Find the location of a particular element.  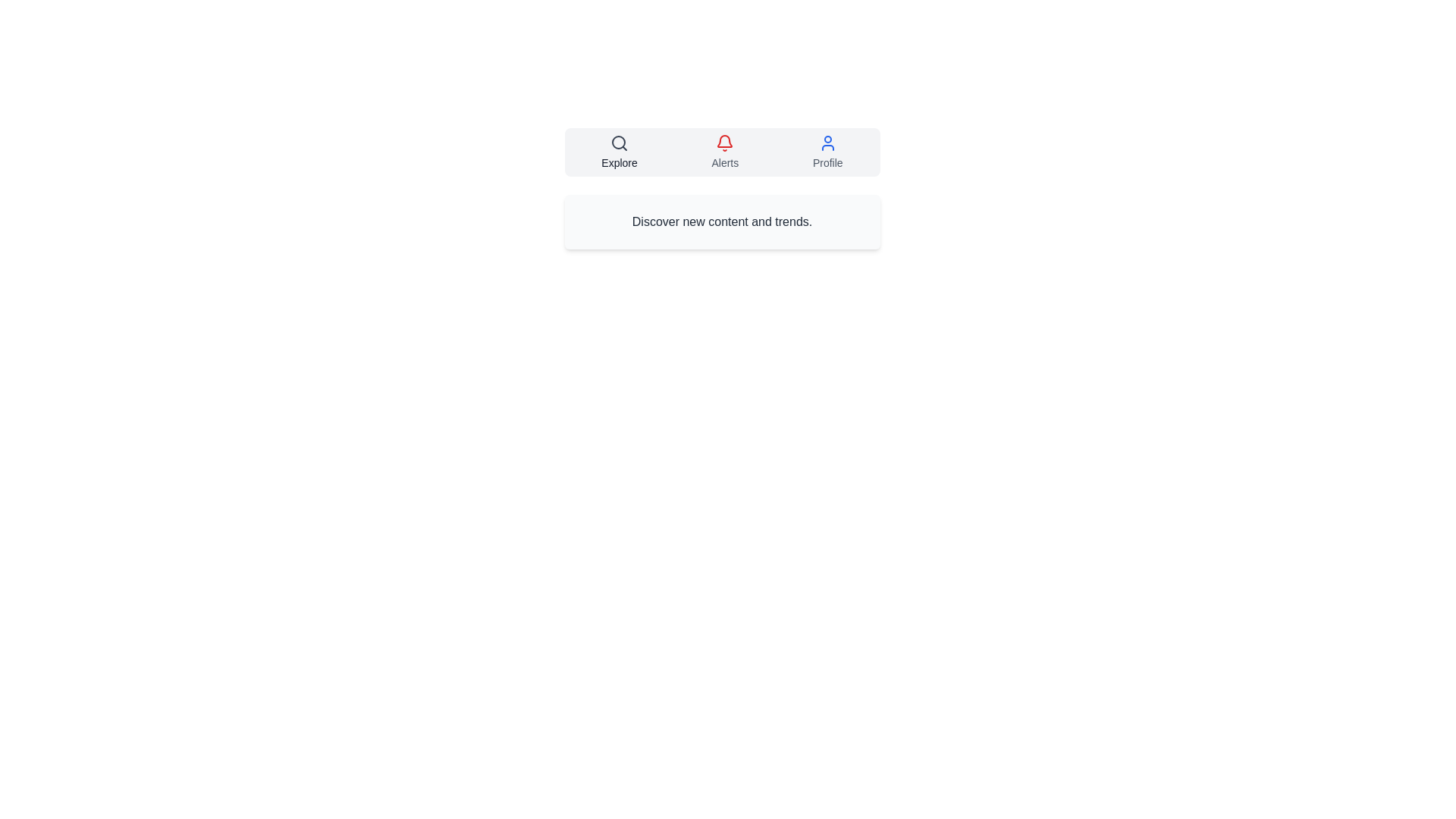

the Profile tab to view its content is located at coordinates (826, 152).